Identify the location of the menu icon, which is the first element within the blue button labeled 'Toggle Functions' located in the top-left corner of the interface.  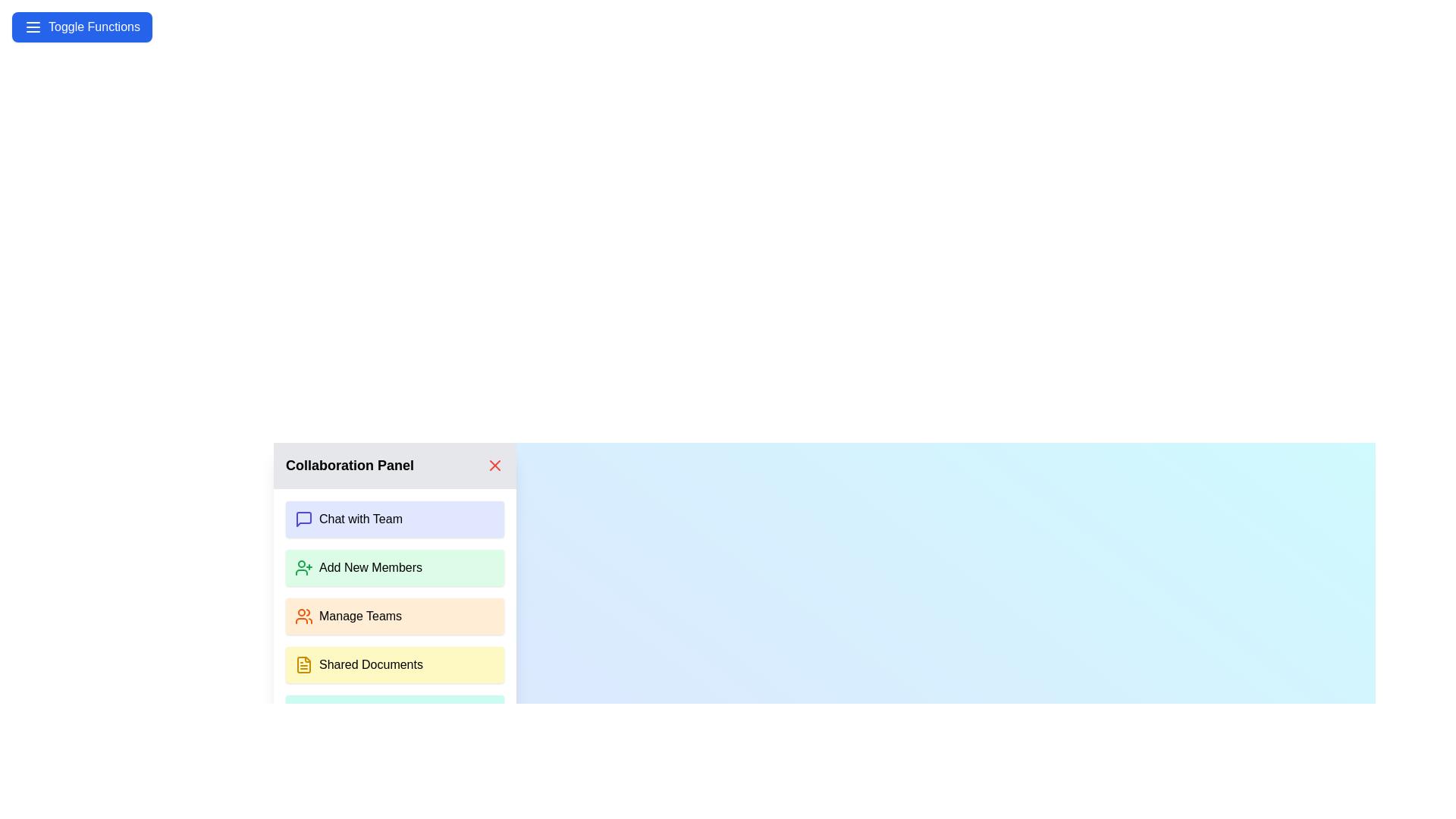
(33, 27).